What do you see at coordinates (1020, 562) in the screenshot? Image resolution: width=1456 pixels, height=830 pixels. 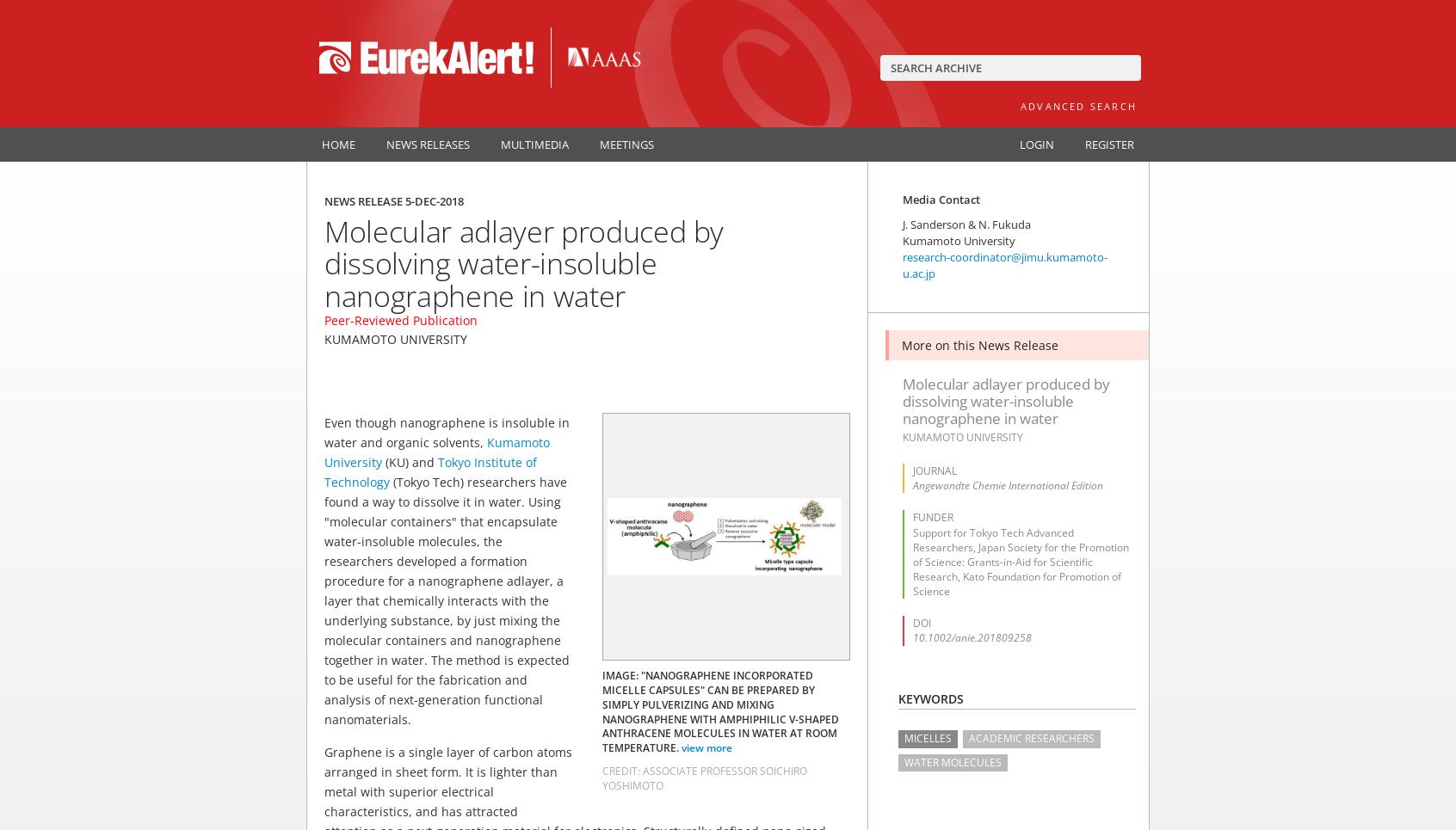 I see `'Support for Tokyo Tech Advanced Researchers,
							                                                    								Japan Society for the Promotion of Science: Grants-in-Aid for Scientific Research,
							                                                    								Kato Foundation for Promotion of Science'` at bounding box center [1020, 562].